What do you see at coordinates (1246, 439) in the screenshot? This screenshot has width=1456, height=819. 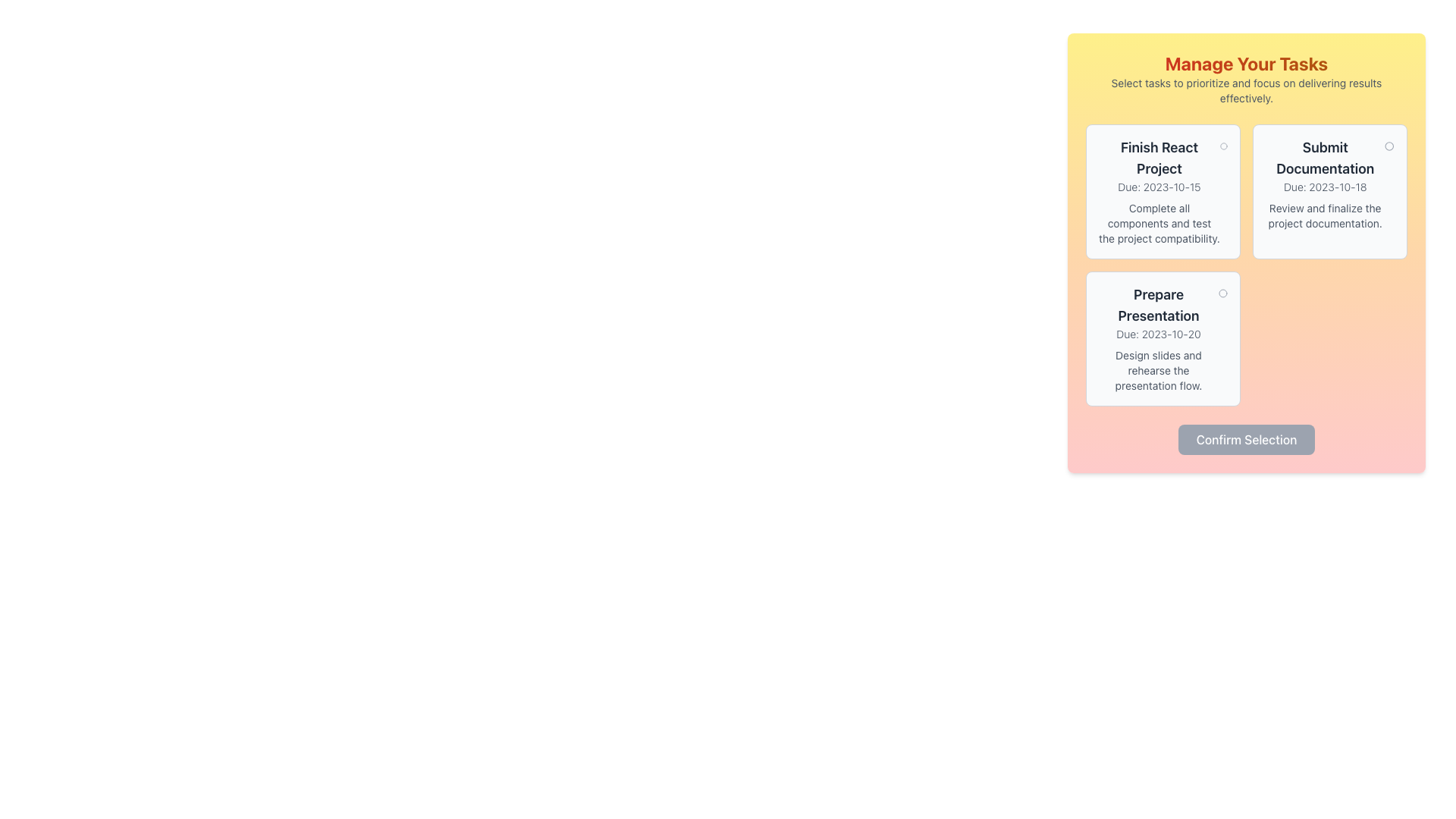 I see `the disabled button labeled 'Confirm Selection' at the bottom of the 'Manage Your Tasks' section, which has a gray background and white text` at bounding box center [1246, 439].